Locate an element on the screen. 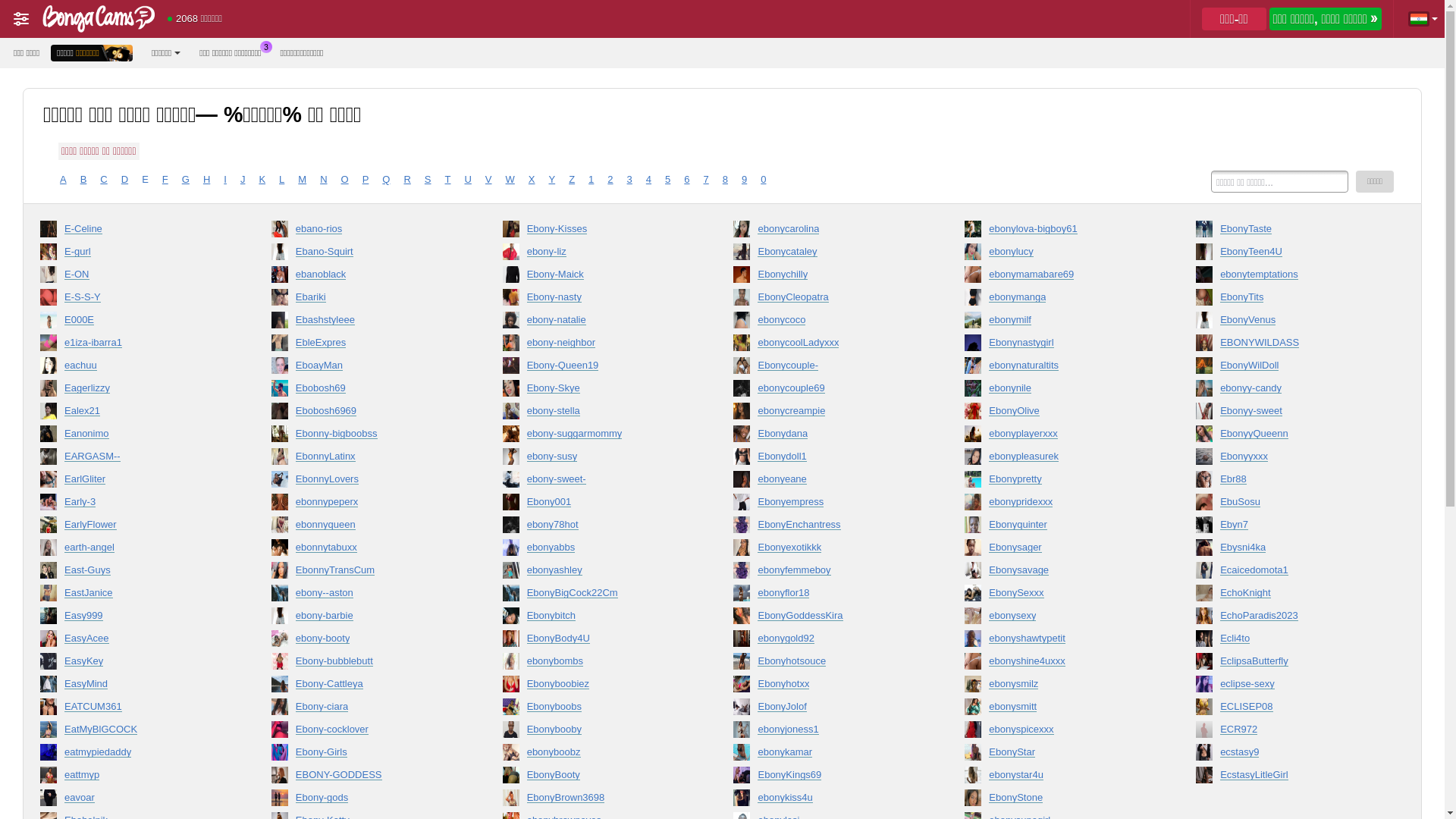 Image resolution: width=1456 pixels, height=819 pixels. 'Ebonysavage' is located at coordinates (1058, 573).